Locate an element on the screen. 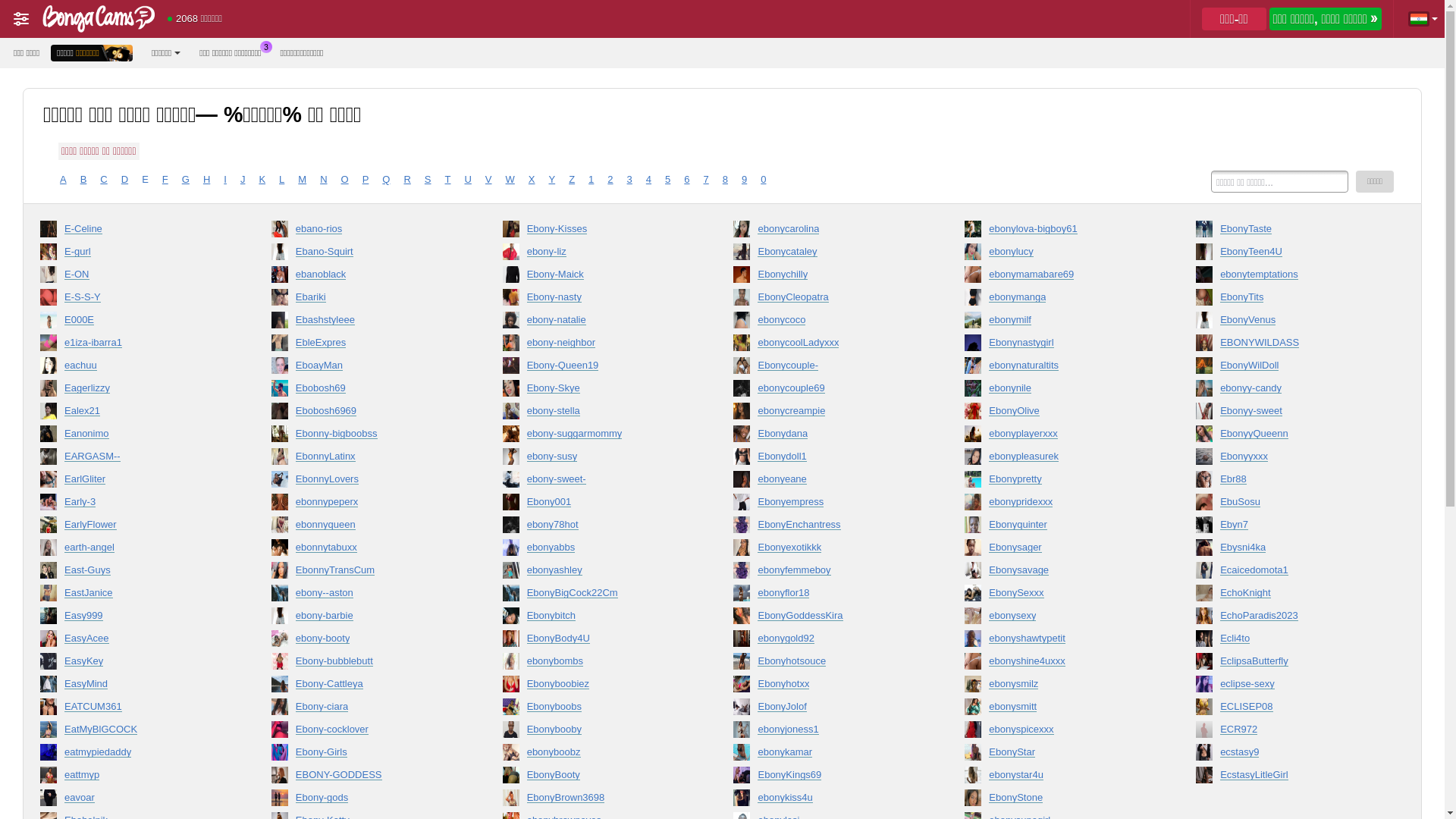 Image resolution: width=1456 pixels, height=819 pixels. 'Ebonysavage' is located at coordinates (1058, 573).